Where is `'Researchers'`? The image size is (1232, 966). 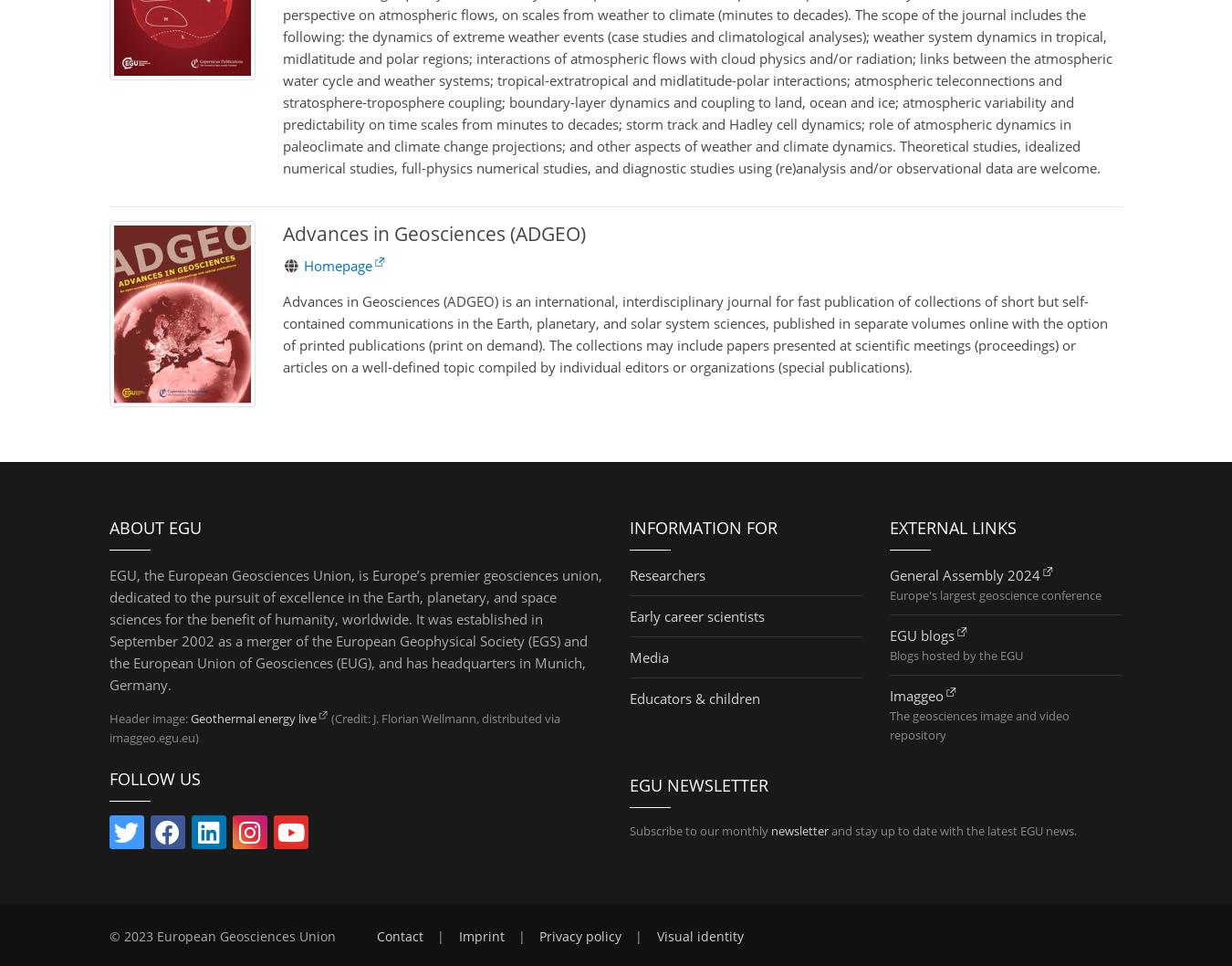 'Researchers' is located at coordinates (666, 572).